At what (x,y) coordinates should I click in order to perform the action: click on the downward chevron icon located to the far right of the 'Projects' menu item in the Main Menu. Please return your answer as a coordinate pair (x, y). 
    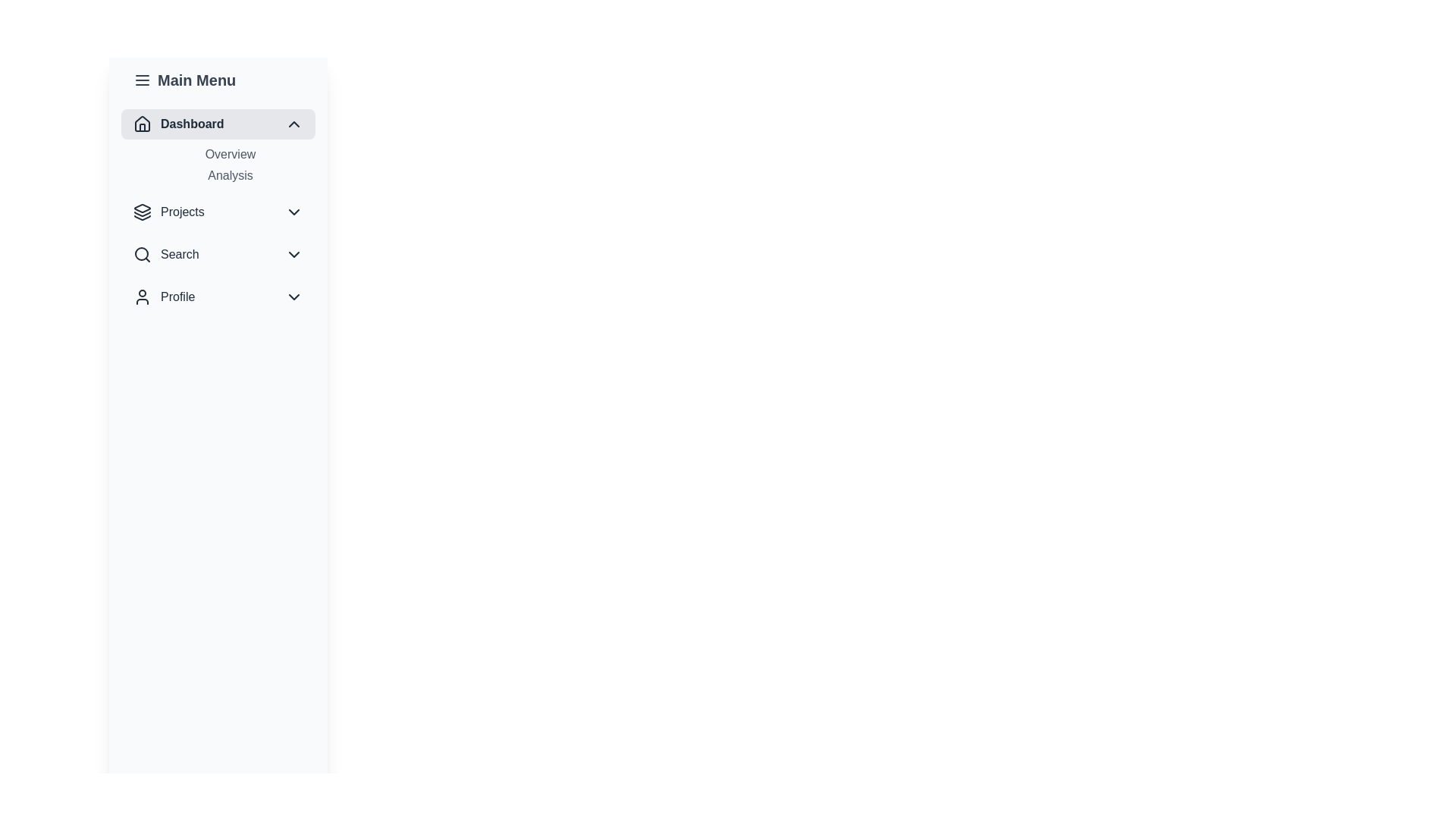
    Looking at the image, I should click on (294, 212).